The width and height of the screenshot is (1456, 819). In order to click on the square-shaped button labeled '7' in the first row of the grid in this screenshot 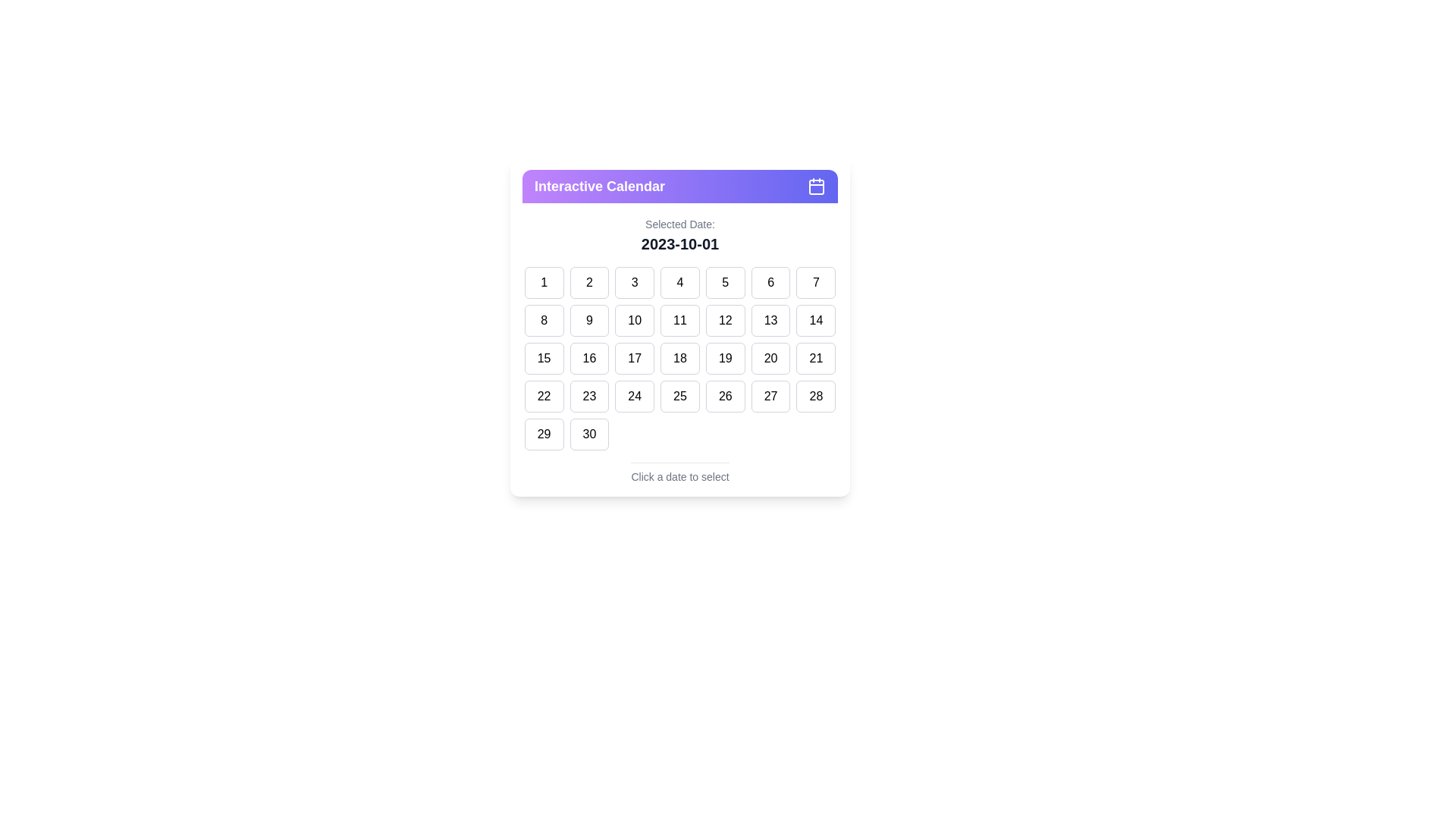, I will do `click(815, 283)`.